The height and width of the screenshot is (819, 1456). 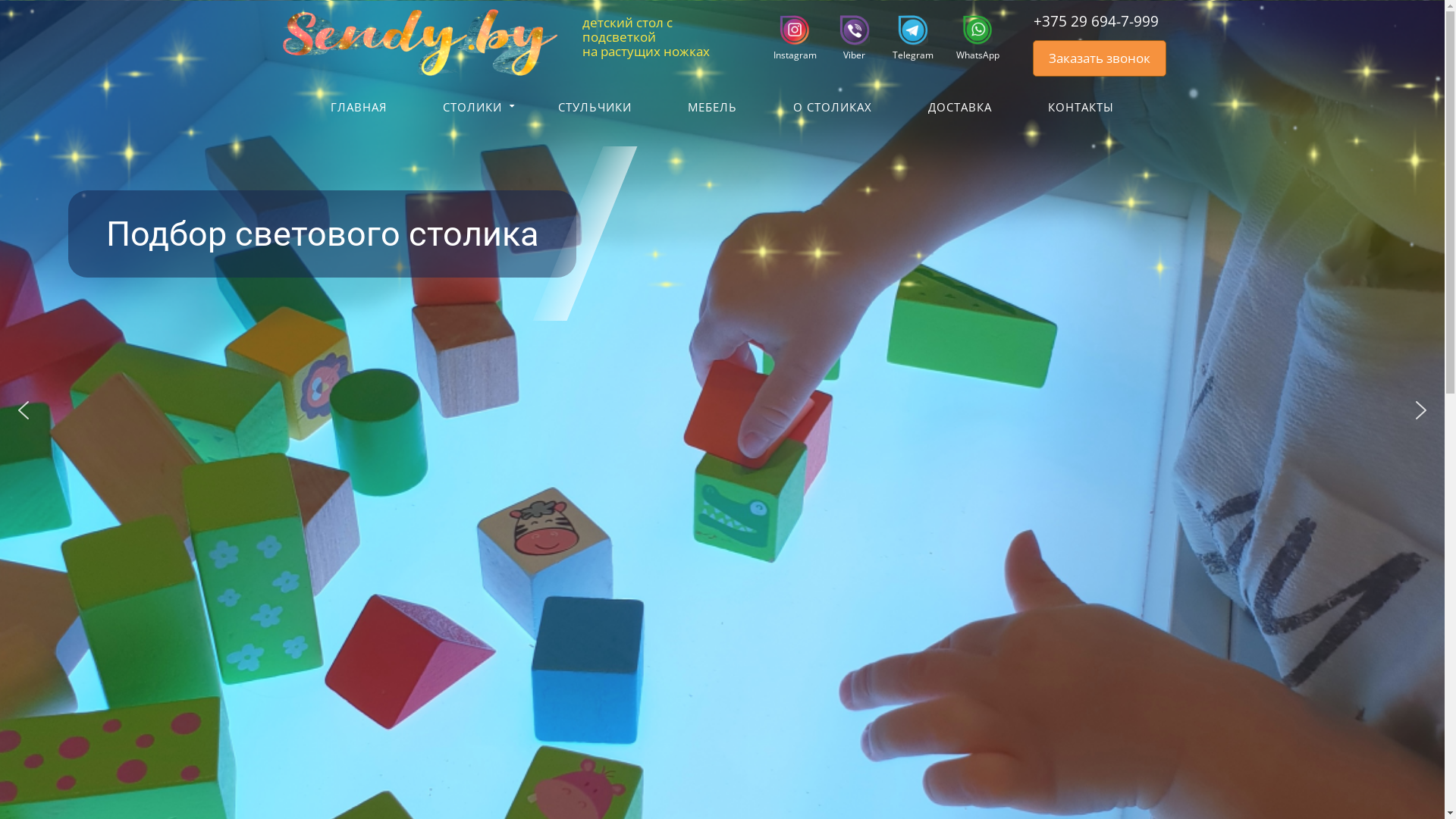 What do you see at coordinates (906, 37) in the screenshot?
I see `'Telegram'` at bounding box center [906, 37].